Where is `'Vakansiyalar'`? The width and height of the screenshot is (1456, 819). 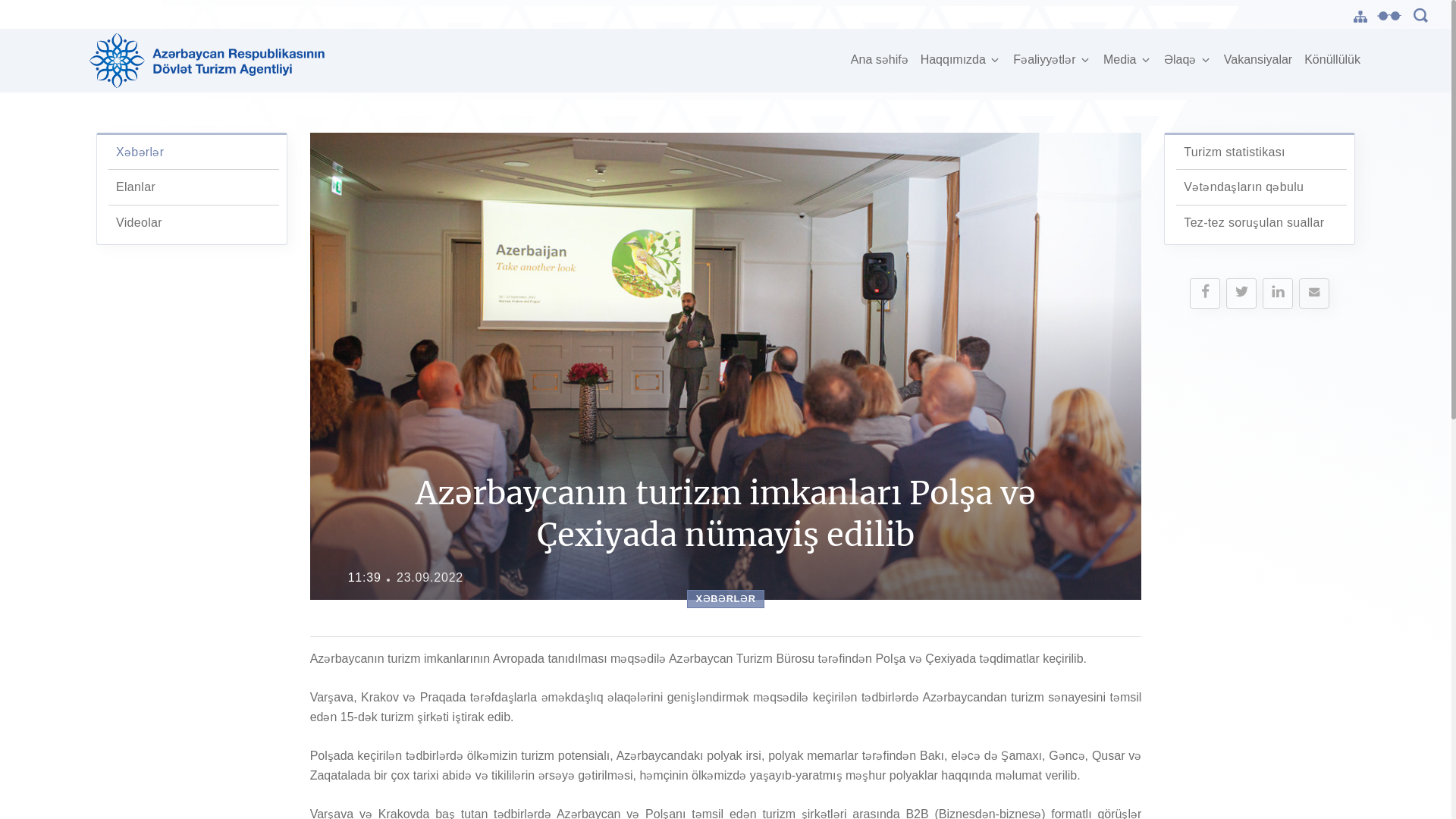 'Vakansiyalar' is located at coordinates (1258, 58).